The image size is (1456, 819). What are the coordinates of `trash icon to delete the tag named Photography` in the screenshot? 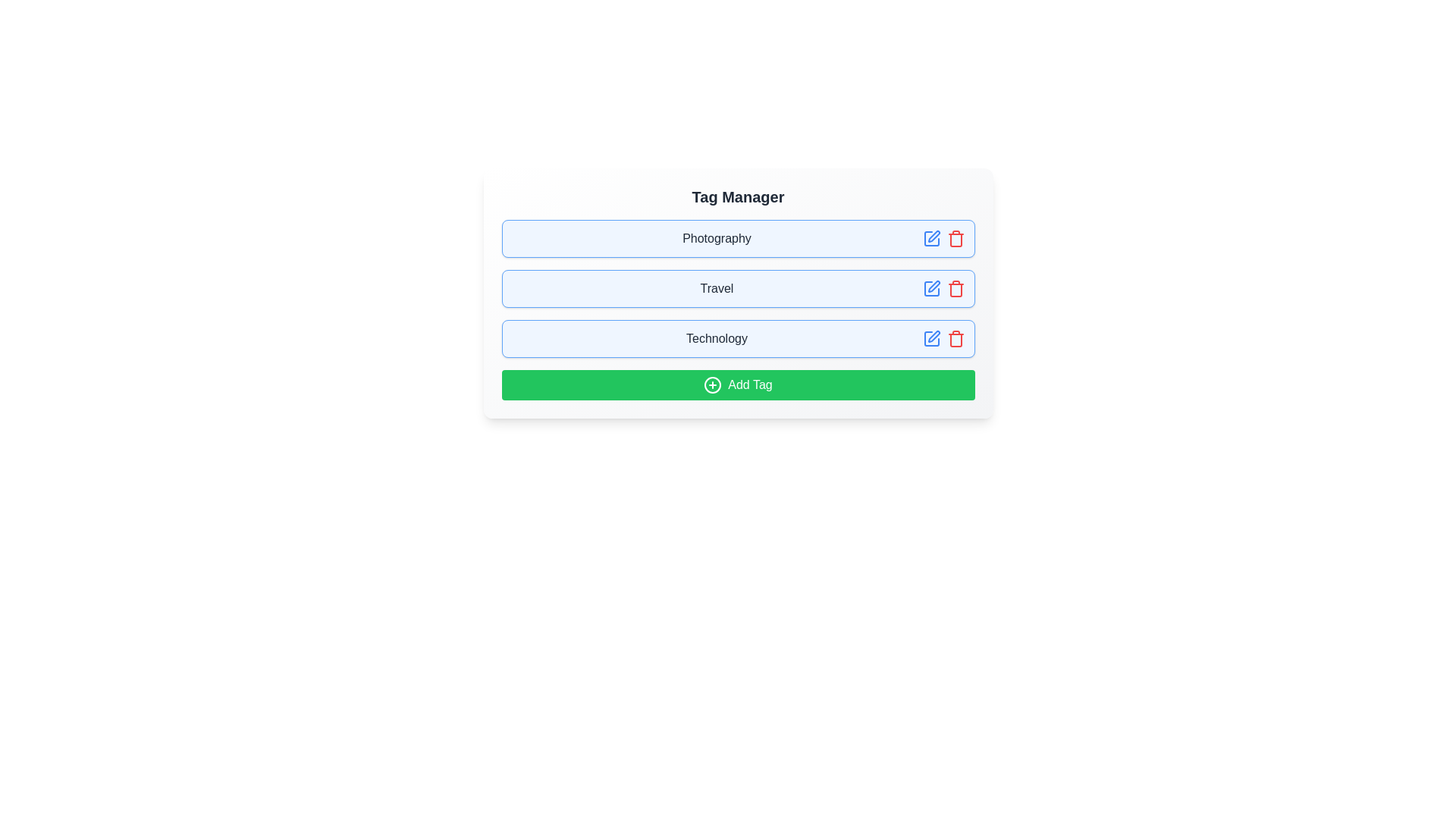 It's located at (955, 239).